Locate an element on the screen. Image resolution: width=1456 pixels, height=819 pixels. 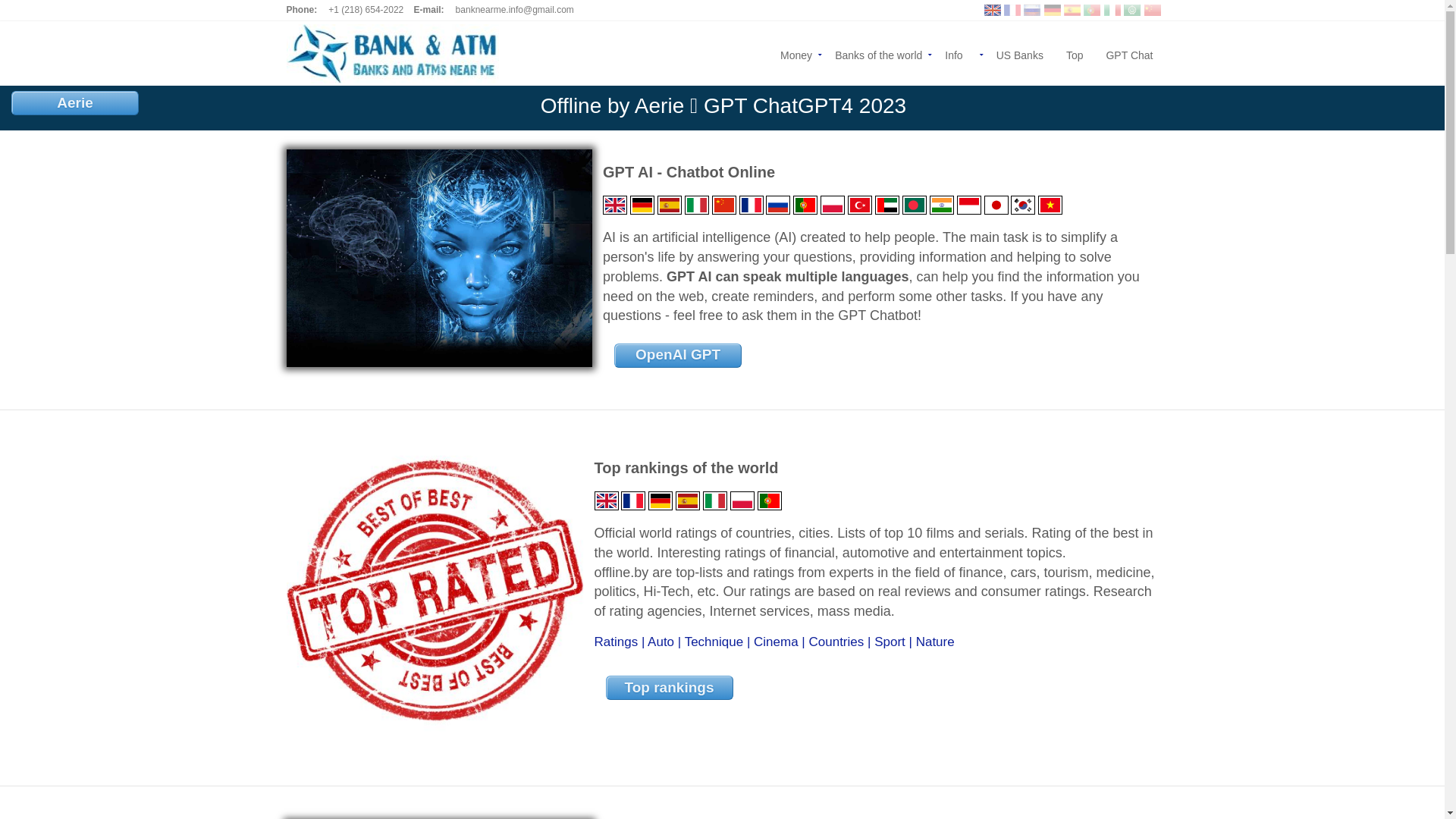
'Auto' is located at coordinates (661, 642).